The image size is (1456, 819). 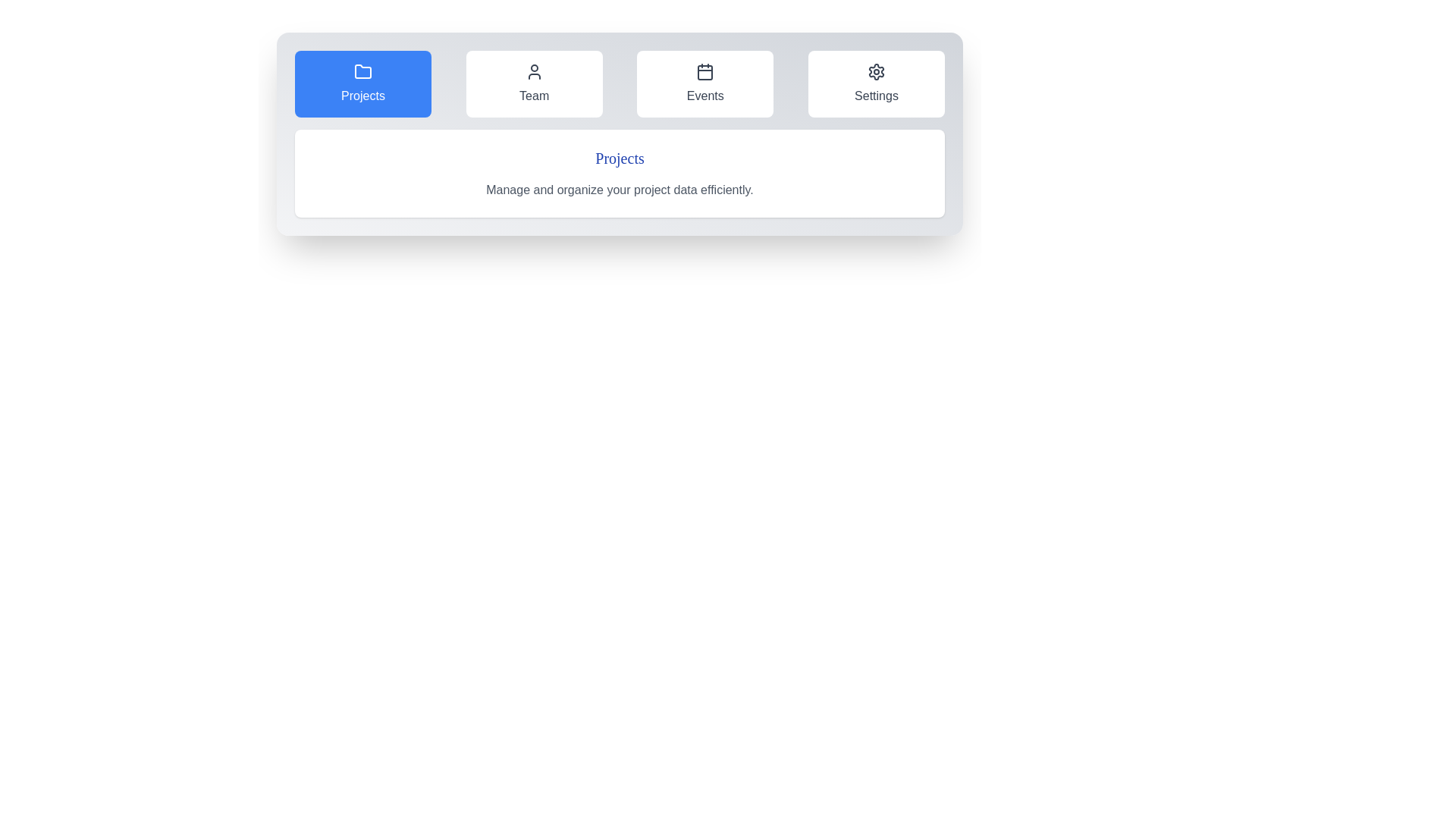 I want to click on the Settings tab by clicking on its button, so click(x=877, y=84).